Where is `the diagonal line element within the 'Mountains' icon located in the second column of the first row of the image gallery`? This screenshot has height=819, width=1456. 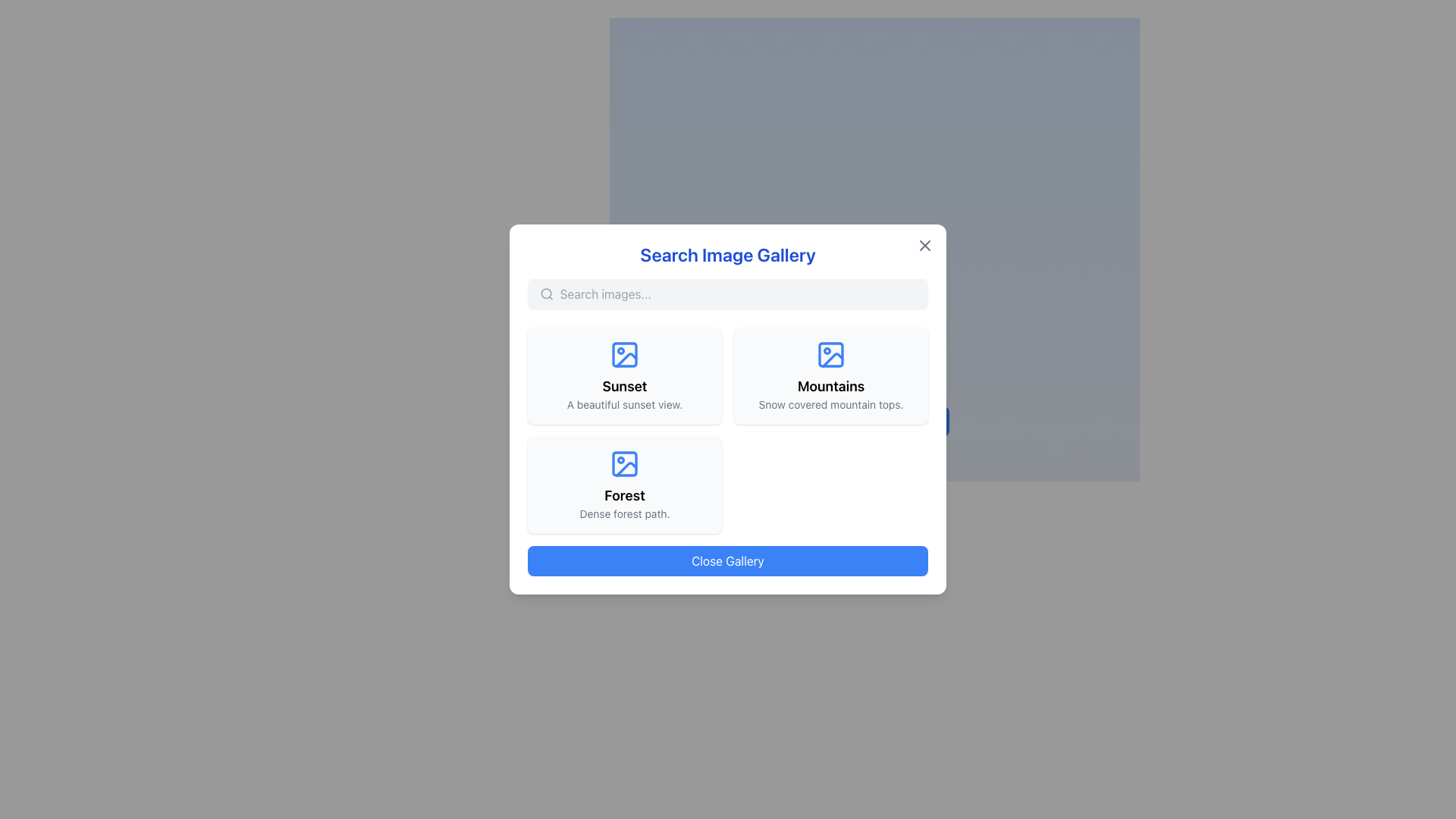 the diagonal line element within the 'Mountains' icon located in the second column of the first row of the image gallery is located at coordinates (832, 359).